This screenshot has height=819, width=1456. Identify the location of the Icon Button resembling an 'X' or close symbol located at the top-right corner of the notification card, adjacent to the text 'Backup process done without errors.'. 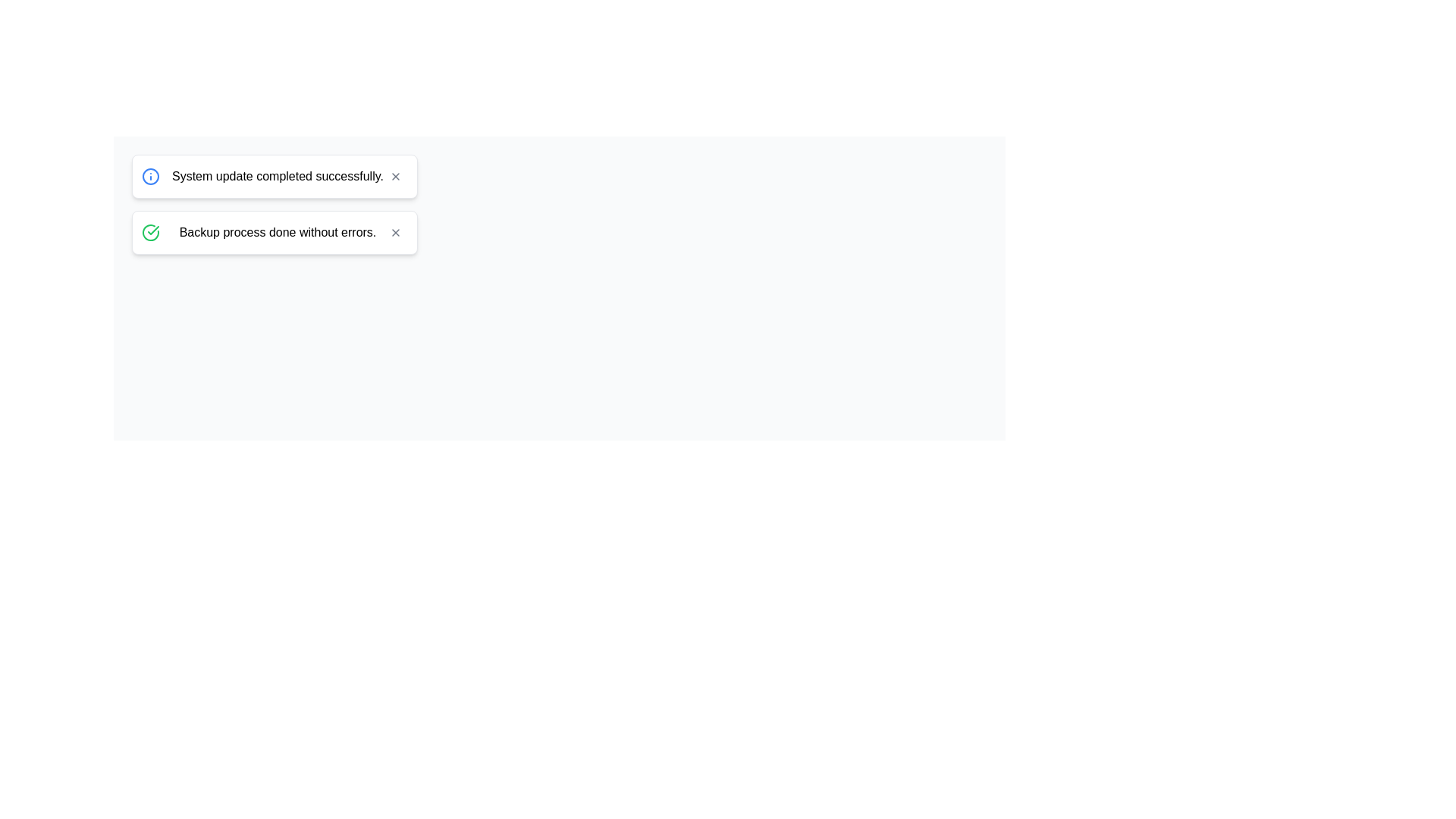
(395, 233).